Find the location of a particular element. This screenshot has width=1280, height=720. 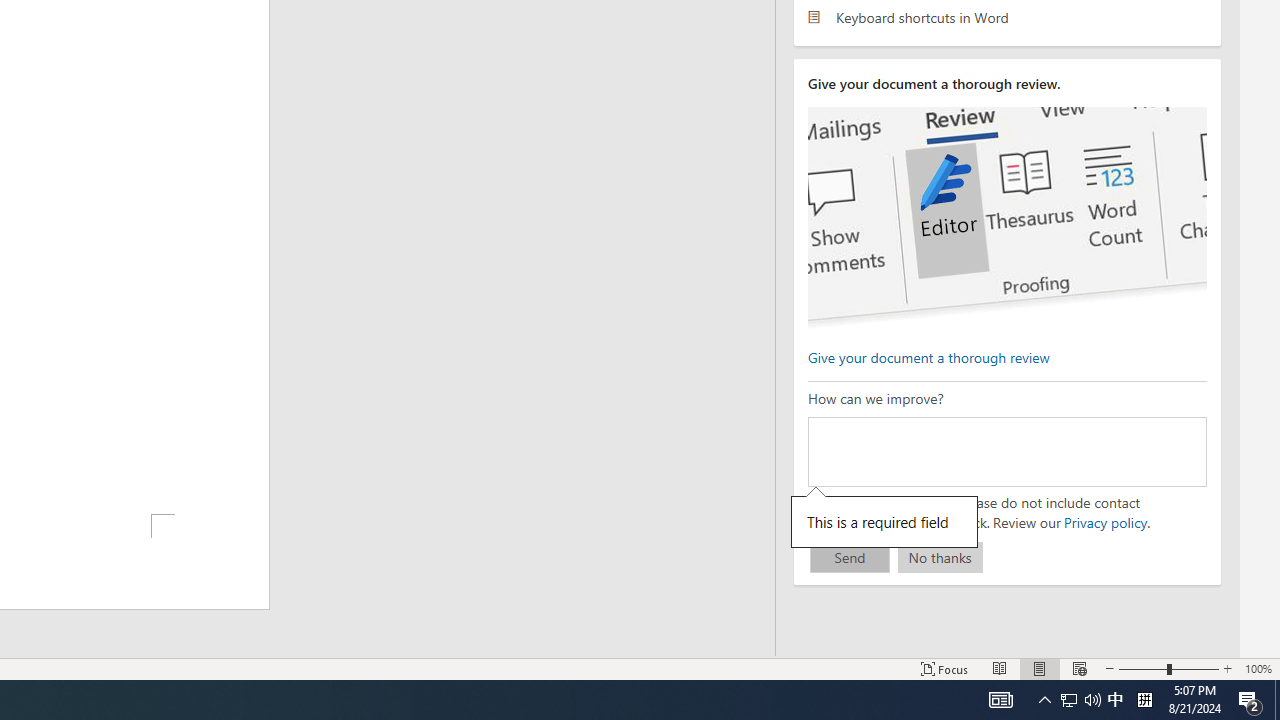

'Keyboard shortcuts in Word' is located at coordinates (1007, 17).